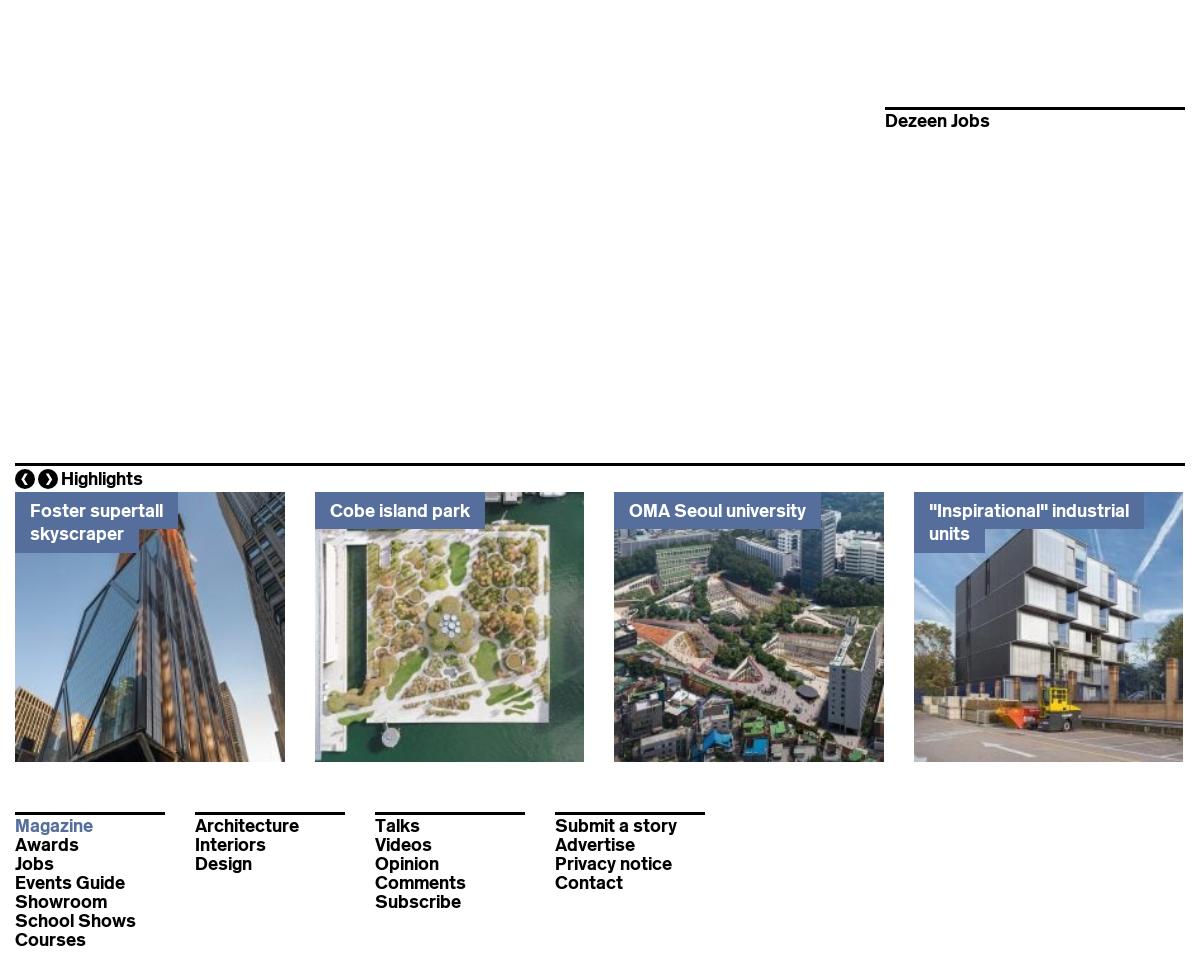  Describe the element at coordinates (407, 864) in the screenshot. I see `'Opinion'` at that location.